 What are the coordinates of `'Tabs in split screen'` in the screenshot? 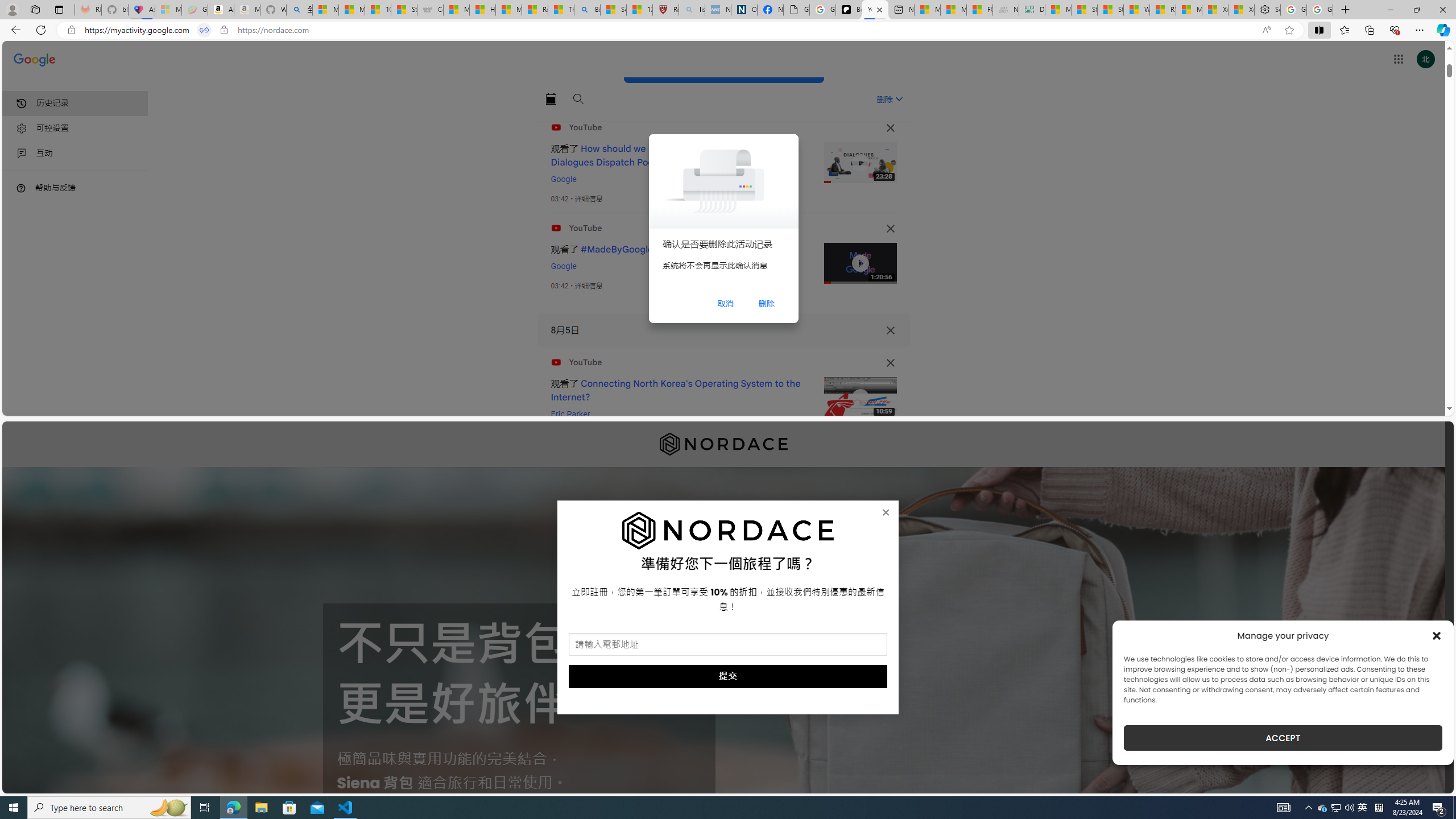 It's located at (204, 30).